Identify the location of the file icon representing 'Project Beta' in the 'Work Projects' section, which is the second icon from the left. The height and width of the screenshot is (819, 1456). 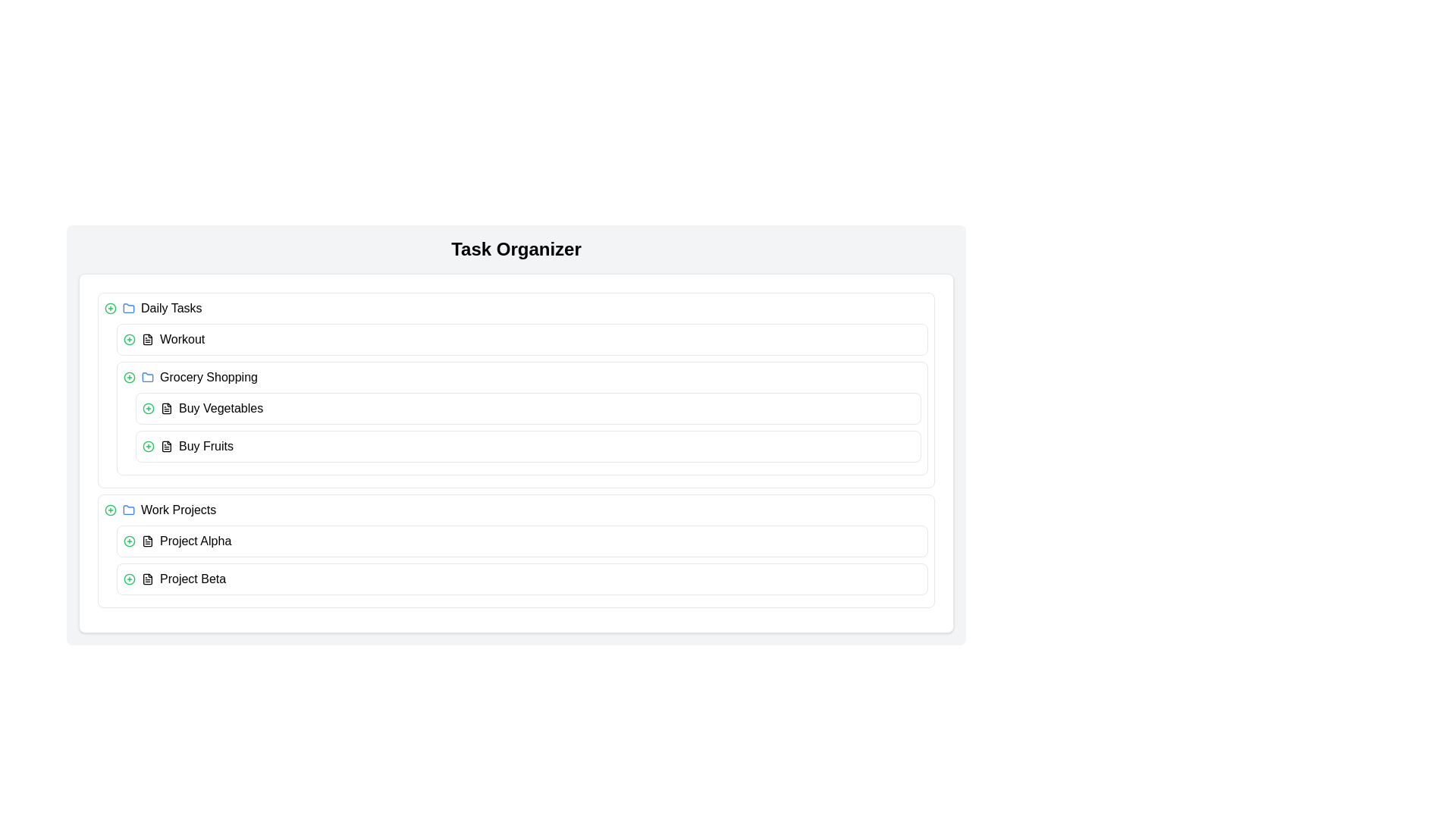
(148, 579).